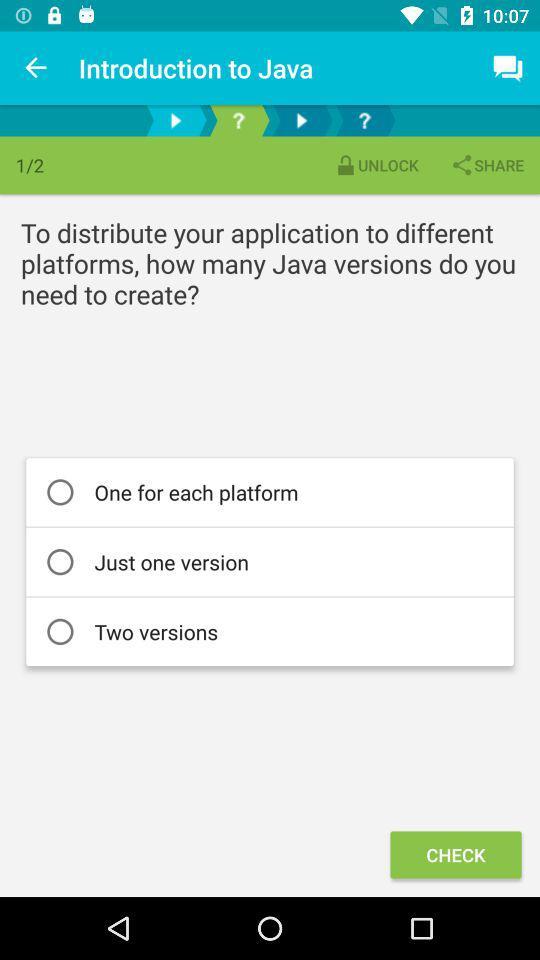  What do you see at coordinates (376, 164) in the screenshot?
I see `icon next to share item` at bounding box center [376, 164].